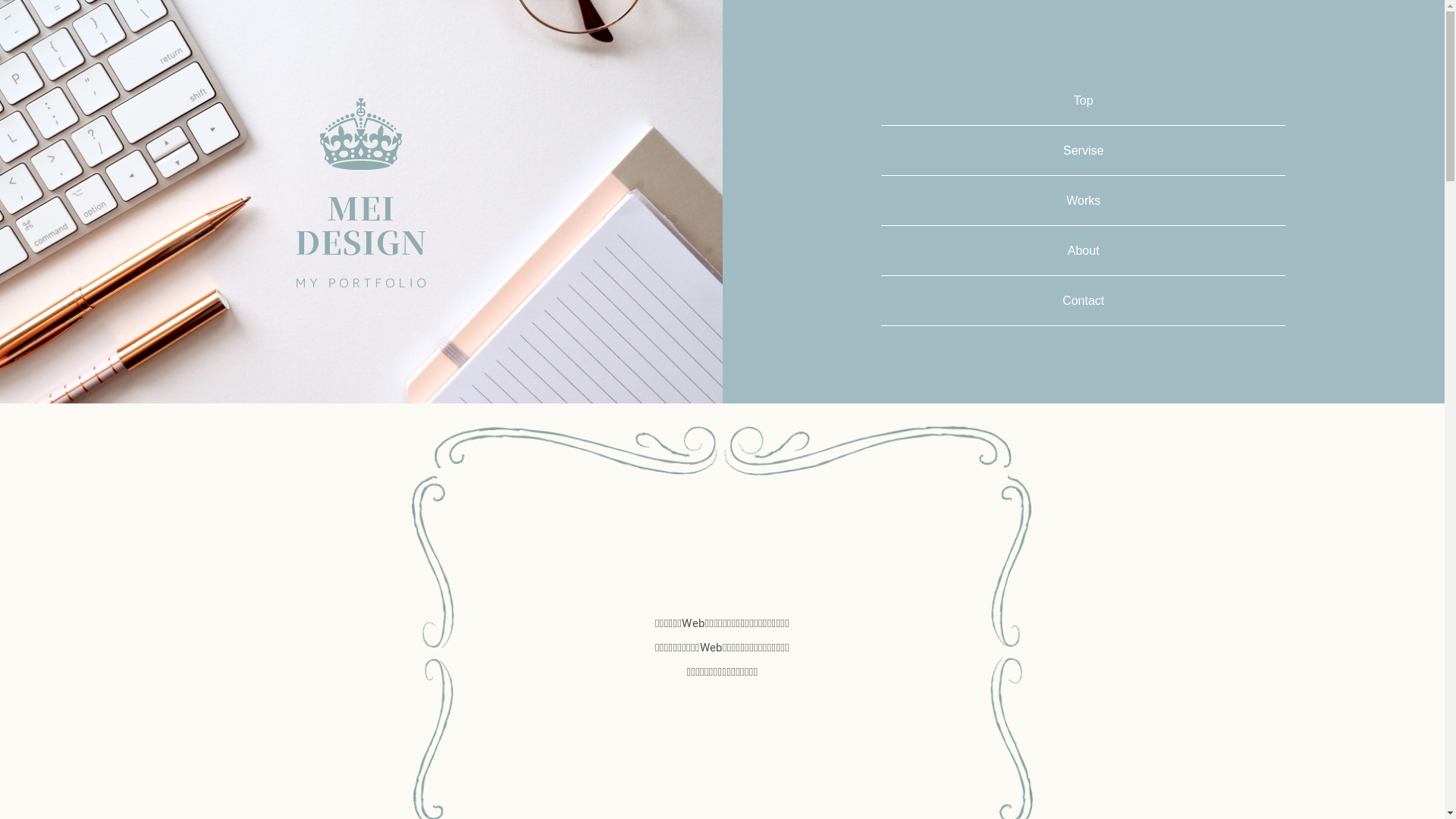  I want to click on 'About', so click(1083, 249).